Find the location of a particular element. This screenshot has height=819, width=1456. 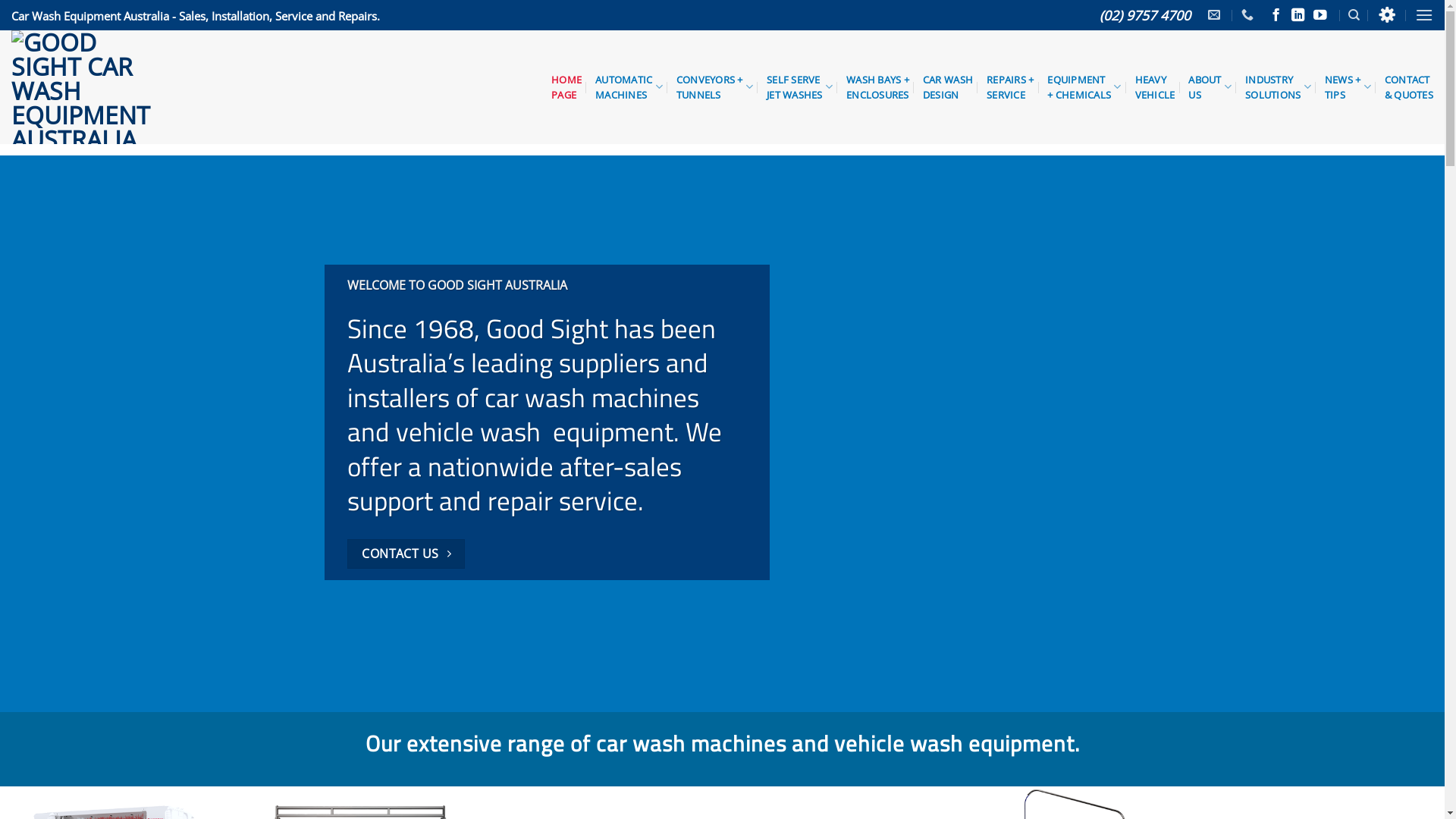

'HEAVY is located at coordinates (1154, 87).